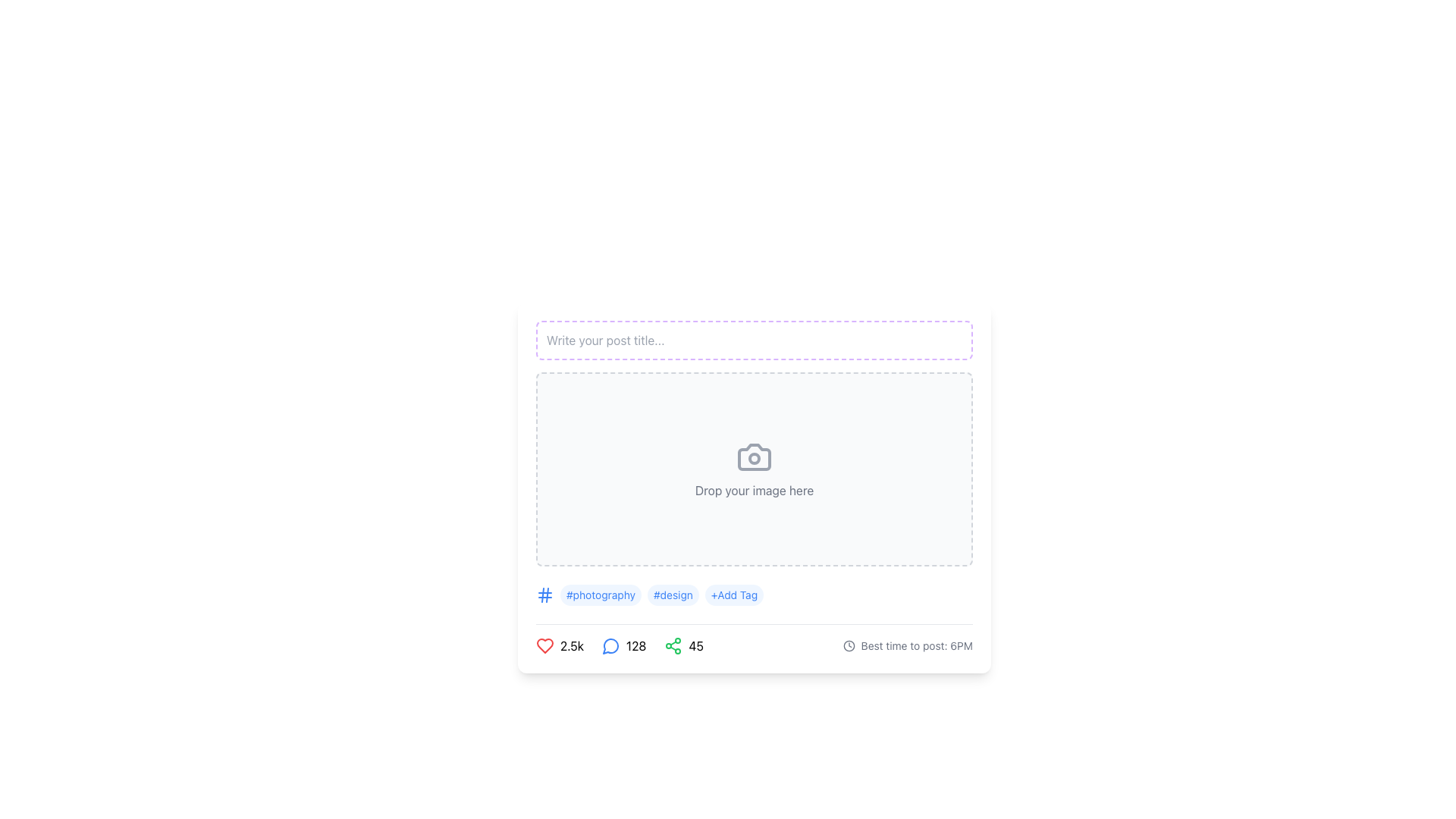  I want to click on the descriptive text element displaying 'Best time to post: 6PM' with a clock icon, located towards the bottom right of the post editor, so click(908, 646).